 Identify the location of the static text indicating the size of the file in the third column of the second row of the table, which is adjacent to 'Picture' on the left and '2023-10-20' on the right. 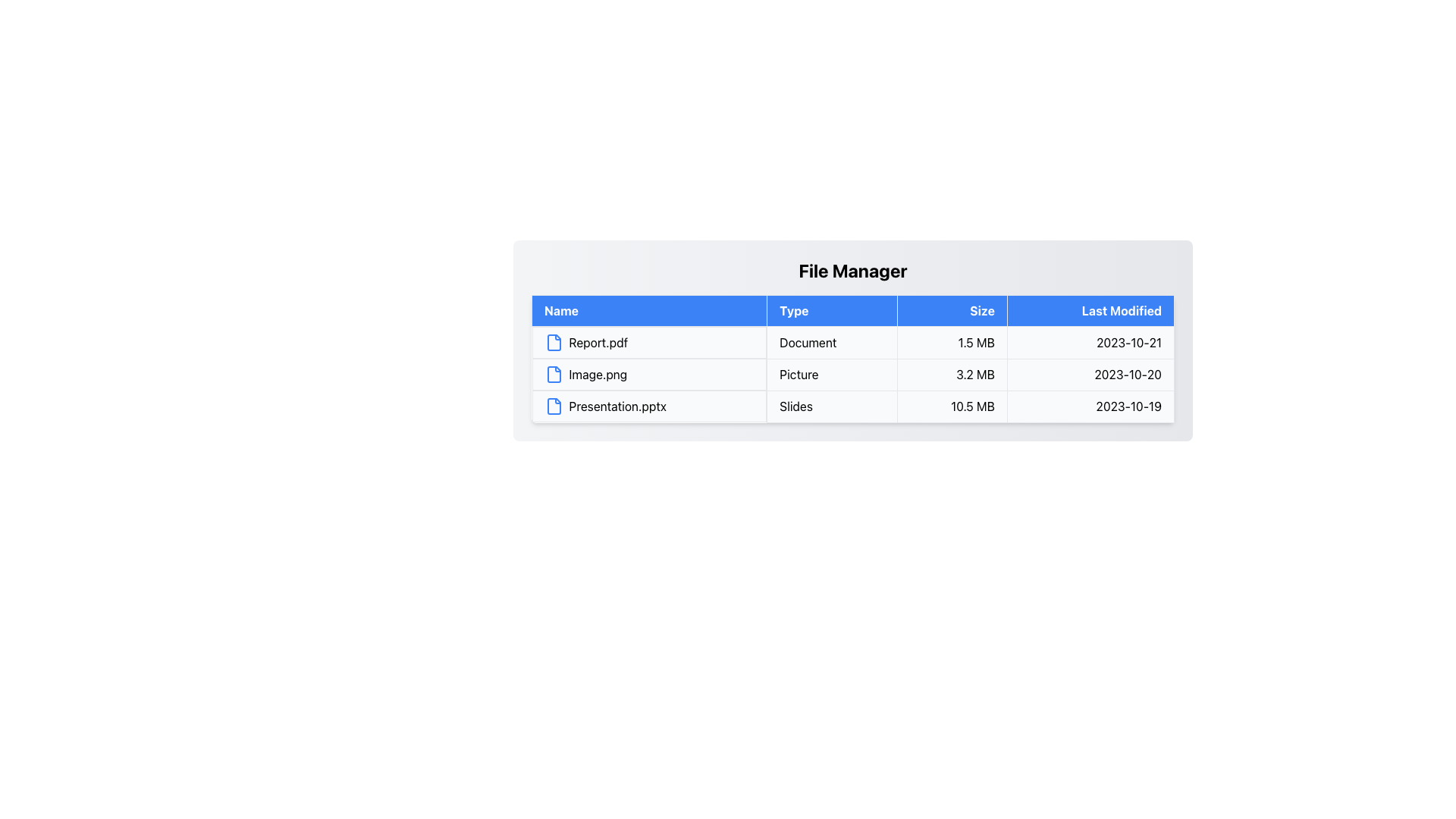
(952, 374).